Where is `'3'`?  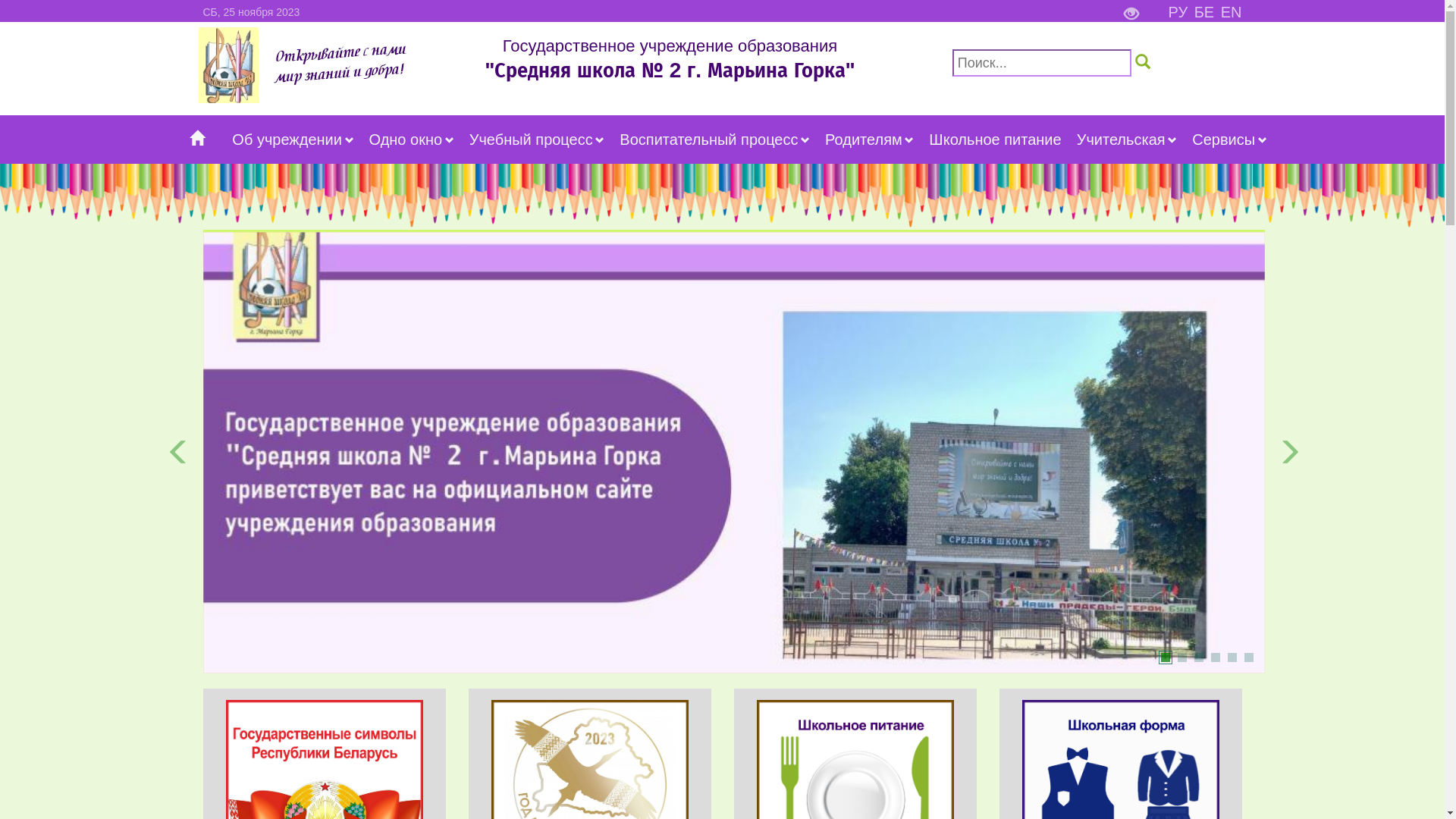 '3' is located at coordinates (1197, 657).